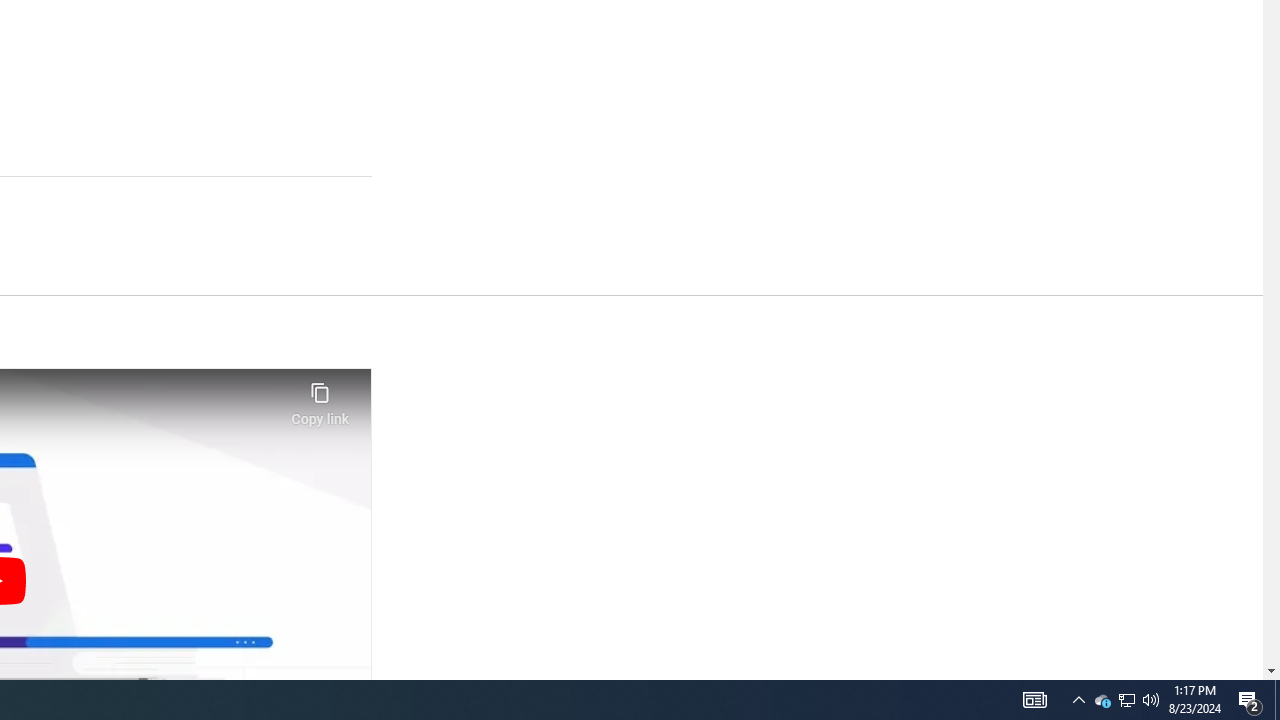 The width and height of the screenshot is (1280, 720). Describe the element at coordinates (320, 398) in the screenshot. I see `'Copy link'` at that location.